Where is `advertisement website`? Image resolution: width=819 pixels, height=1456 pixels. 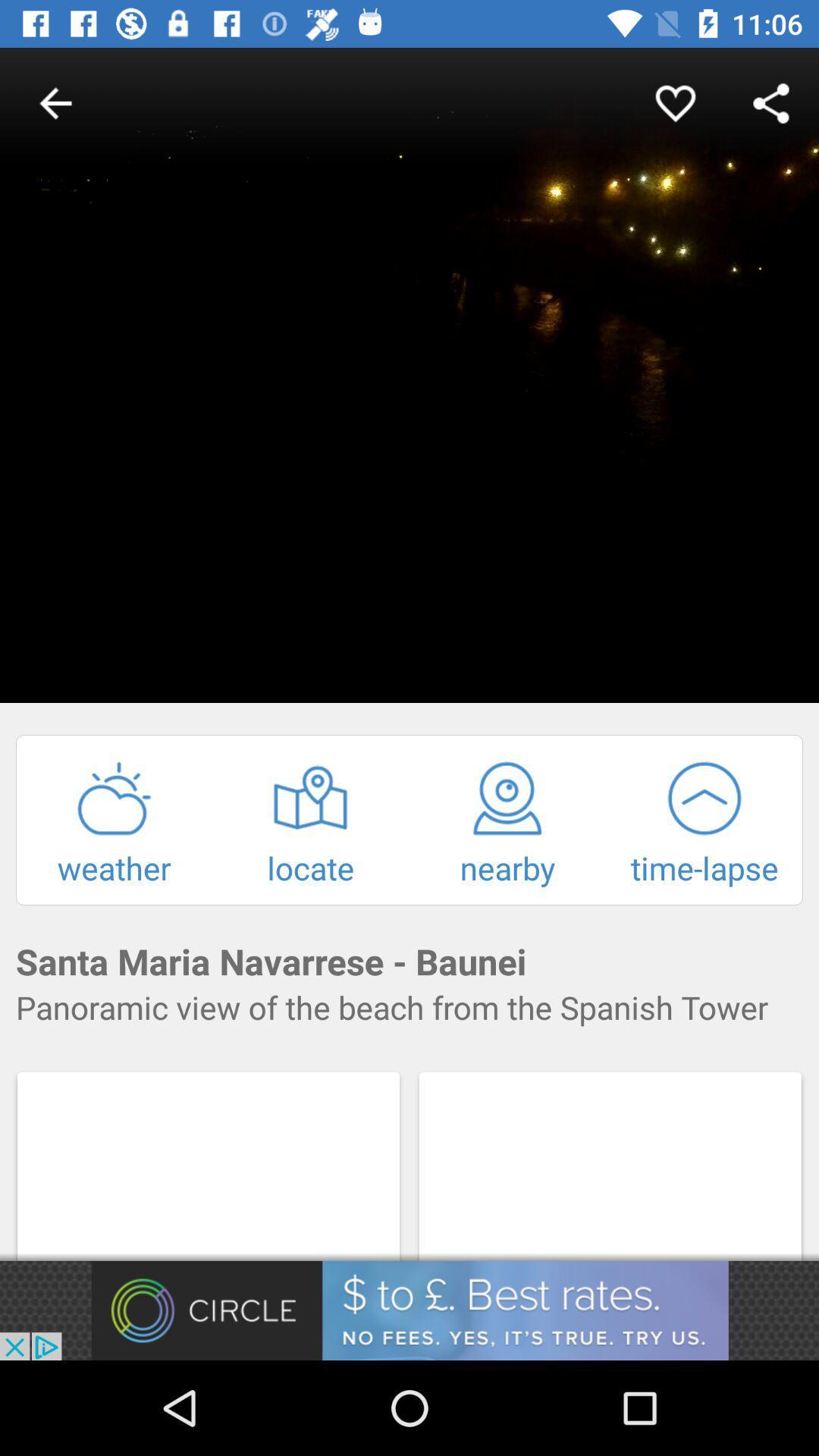 advertisement website is located at coordinates (409, 1310).